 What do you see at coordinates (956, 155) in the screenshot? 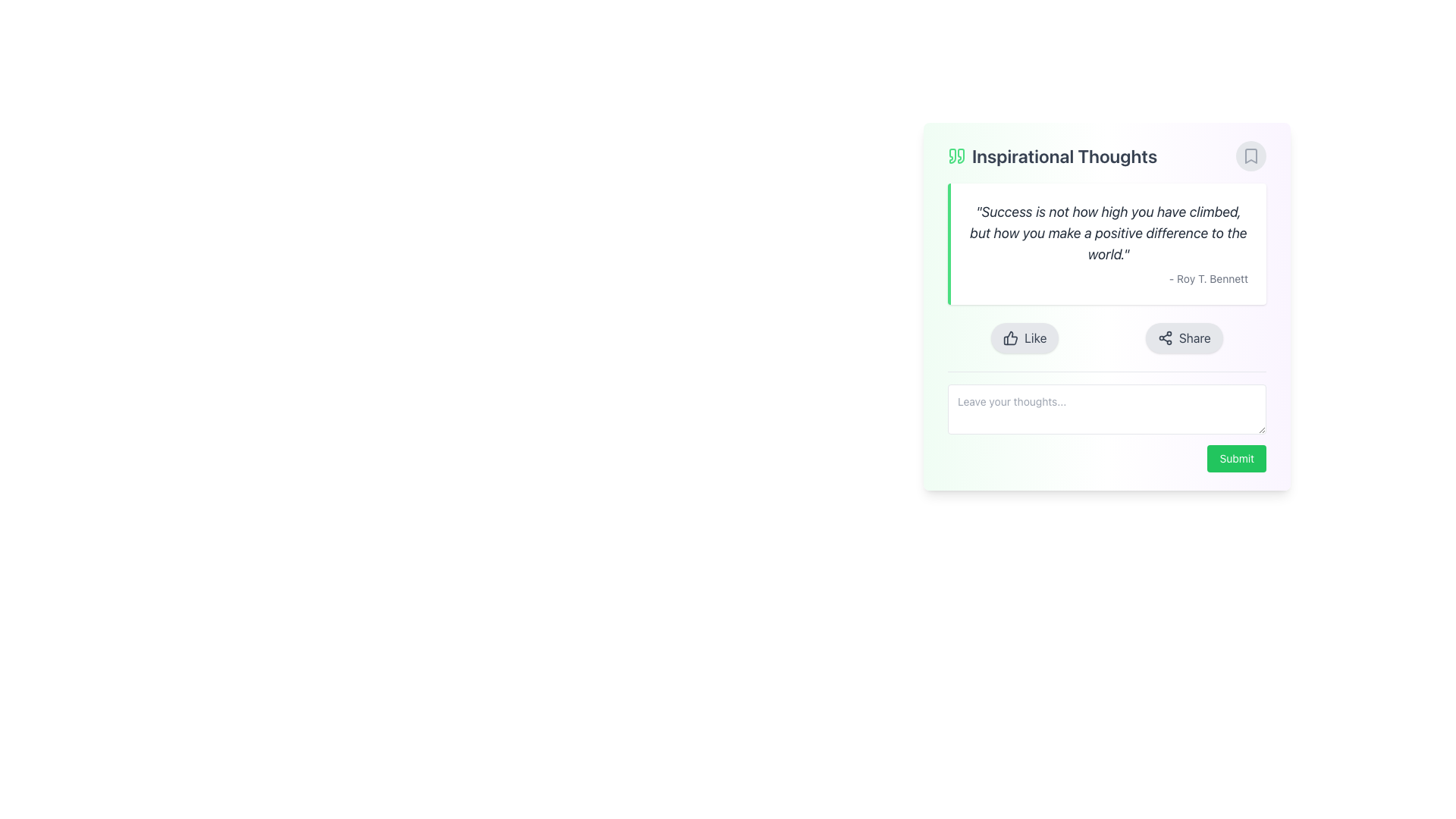
I see `the decorative icon located at the top-left section next to the 'Inspirational Thoughts' title text` at bounding box center [956, 155].